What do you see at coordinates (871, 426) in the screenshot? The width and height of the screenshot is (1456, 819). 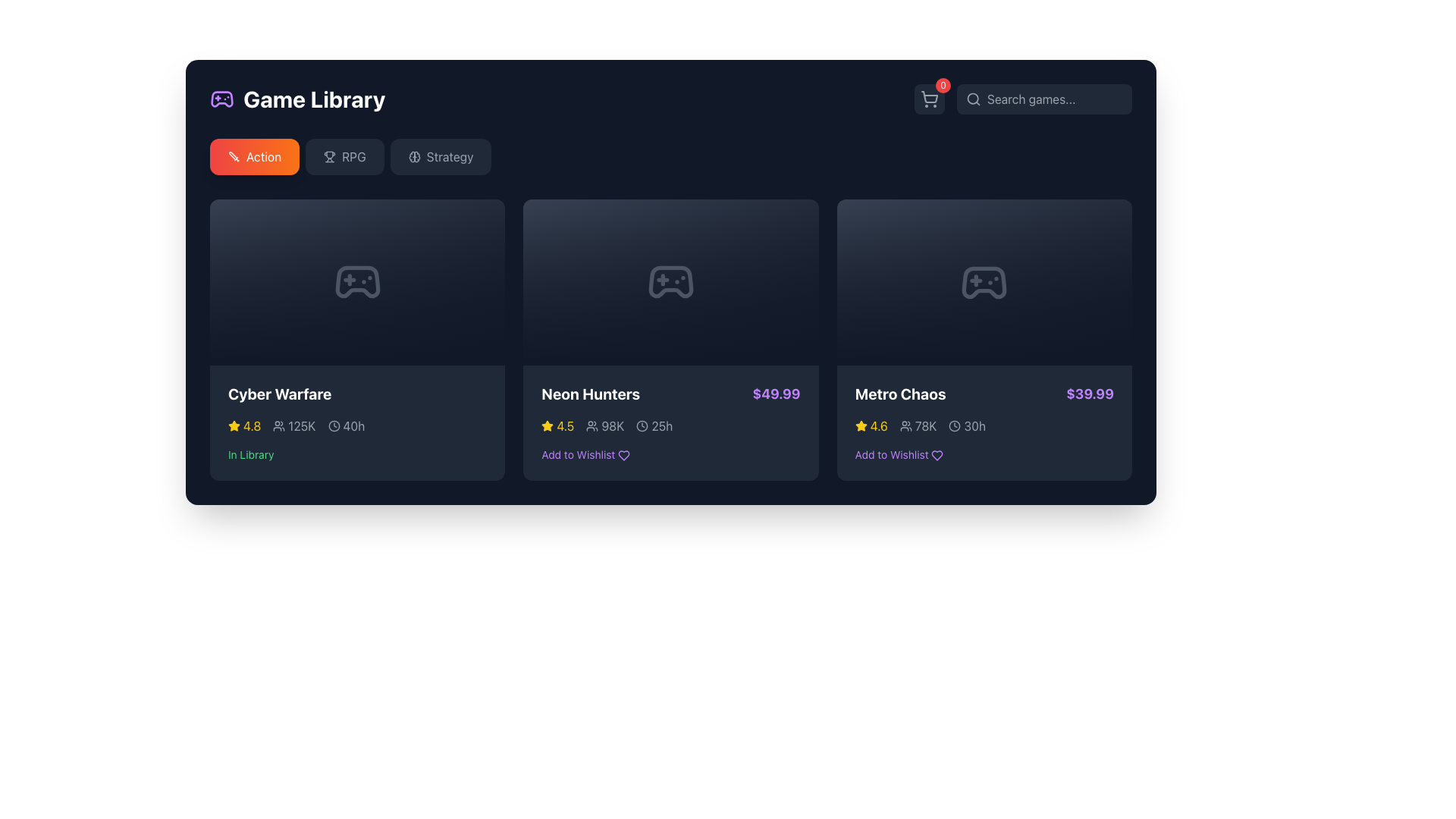 I see `the yellow star icon displaying the rating '4.6' located in the middle-bottom section of the third card from the left, just below the title 'Metro Chaos'` at bounding box center [871, 426].